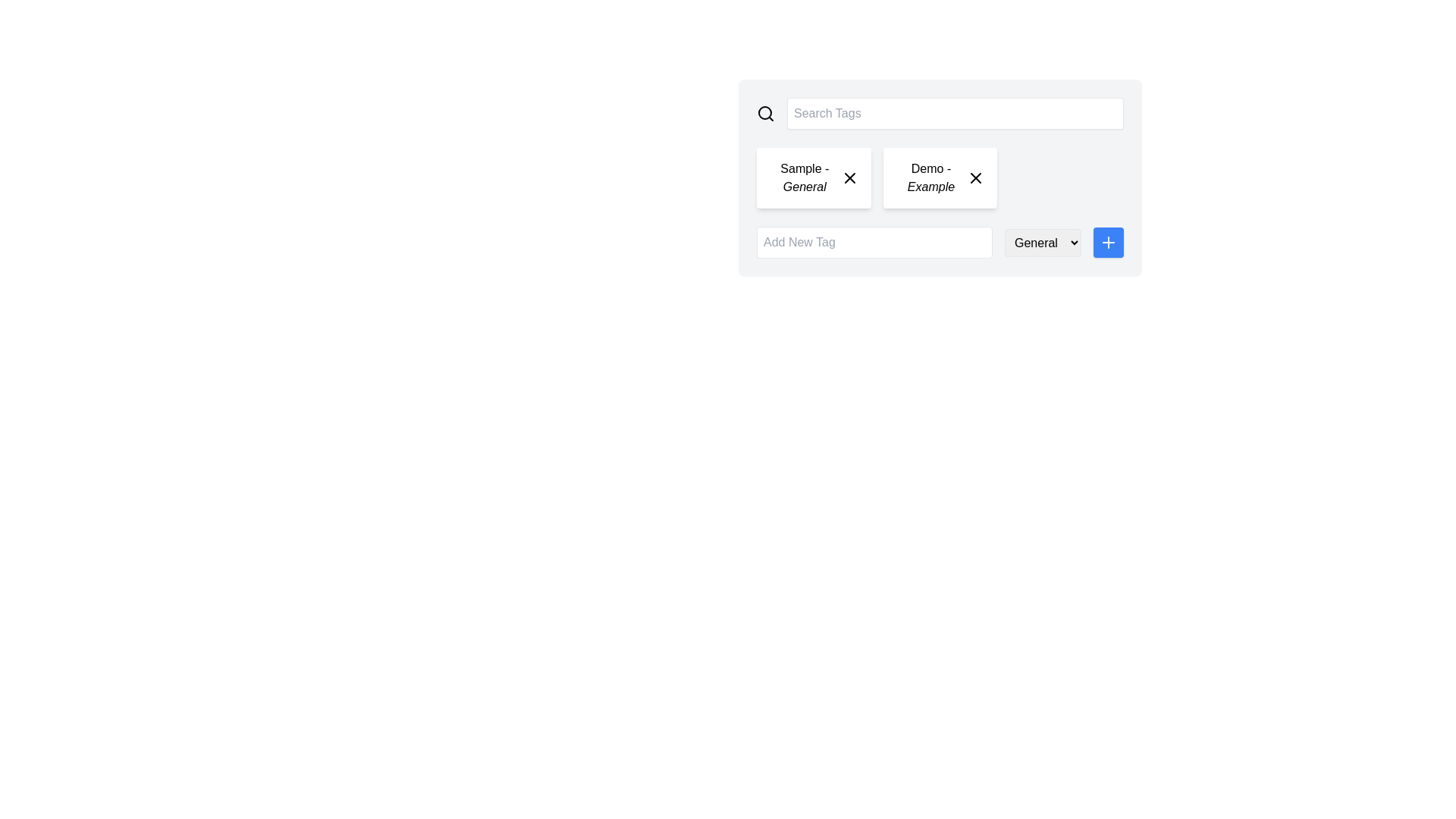  I want to click on static text label 'Demo - Example' located in the bottom half of the card, distinctly showing the text 'Example', so click(930, 186).